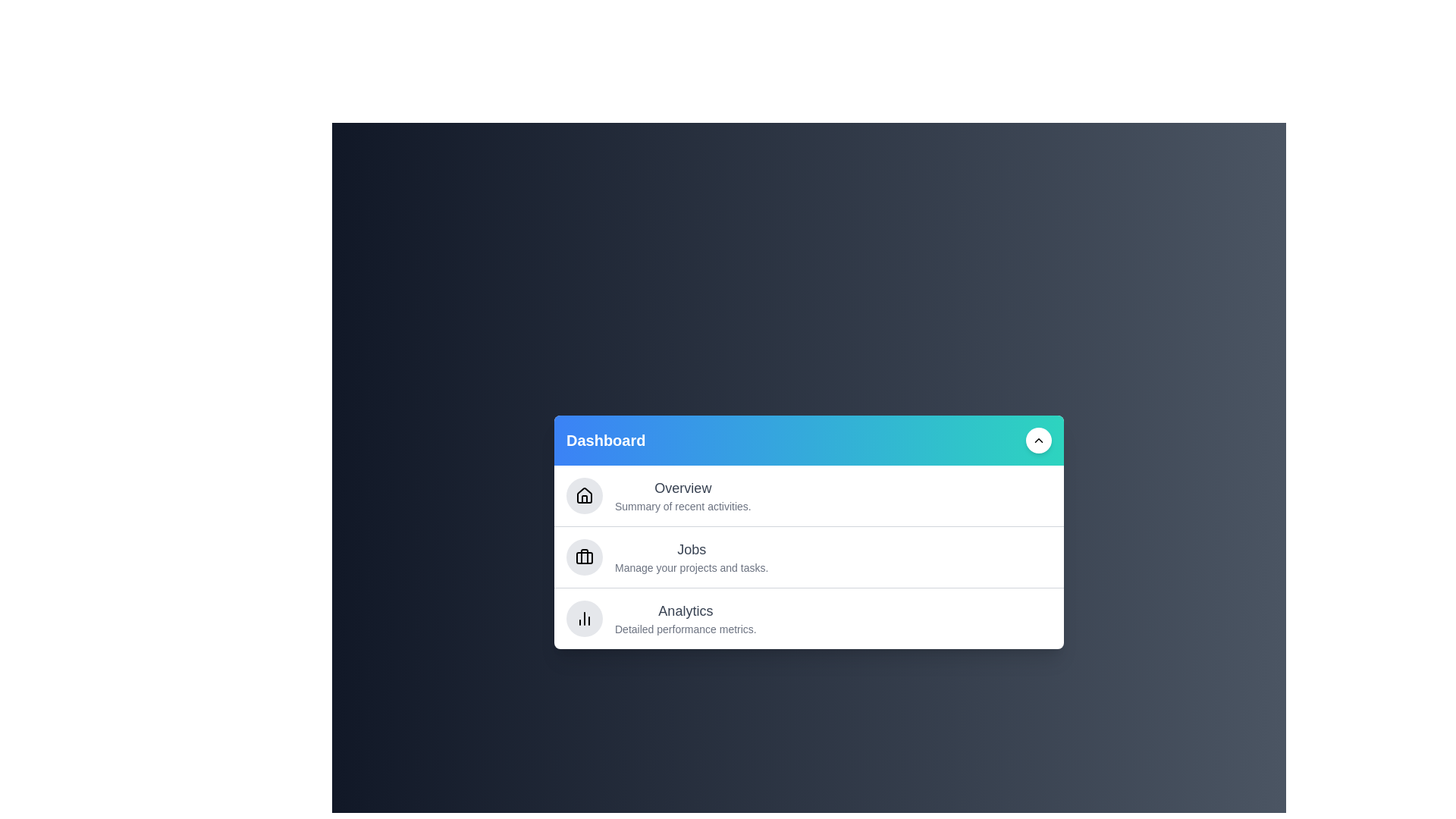  Describe the element at coordinates (808, 618) in the screenshot. I see `the section Analytics in the dashboard` at that location.